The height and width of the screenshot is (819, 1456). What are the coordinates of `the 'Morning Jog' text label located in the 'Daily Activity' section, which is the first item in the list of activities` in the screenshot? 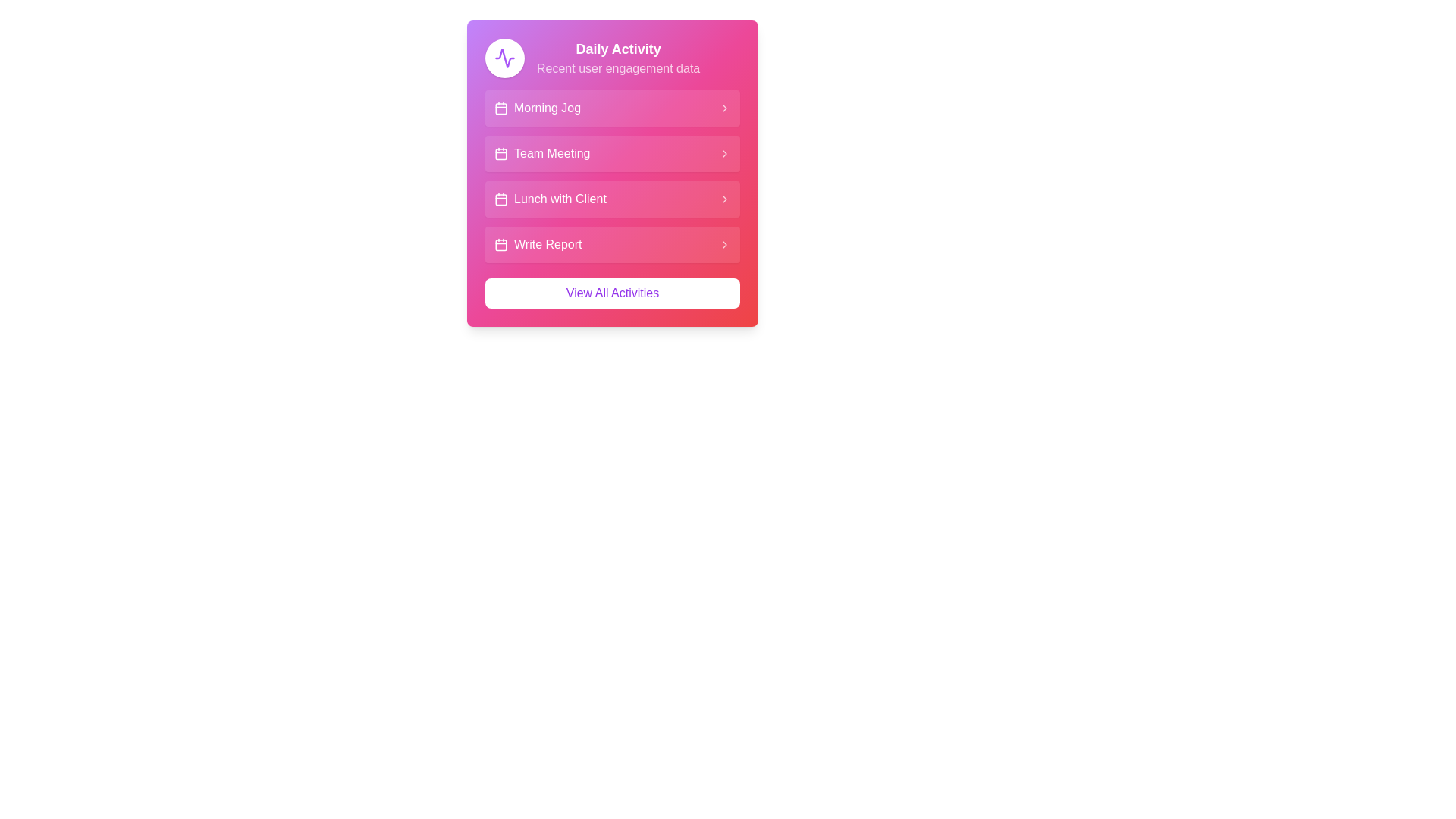 It's located at (547, 107).